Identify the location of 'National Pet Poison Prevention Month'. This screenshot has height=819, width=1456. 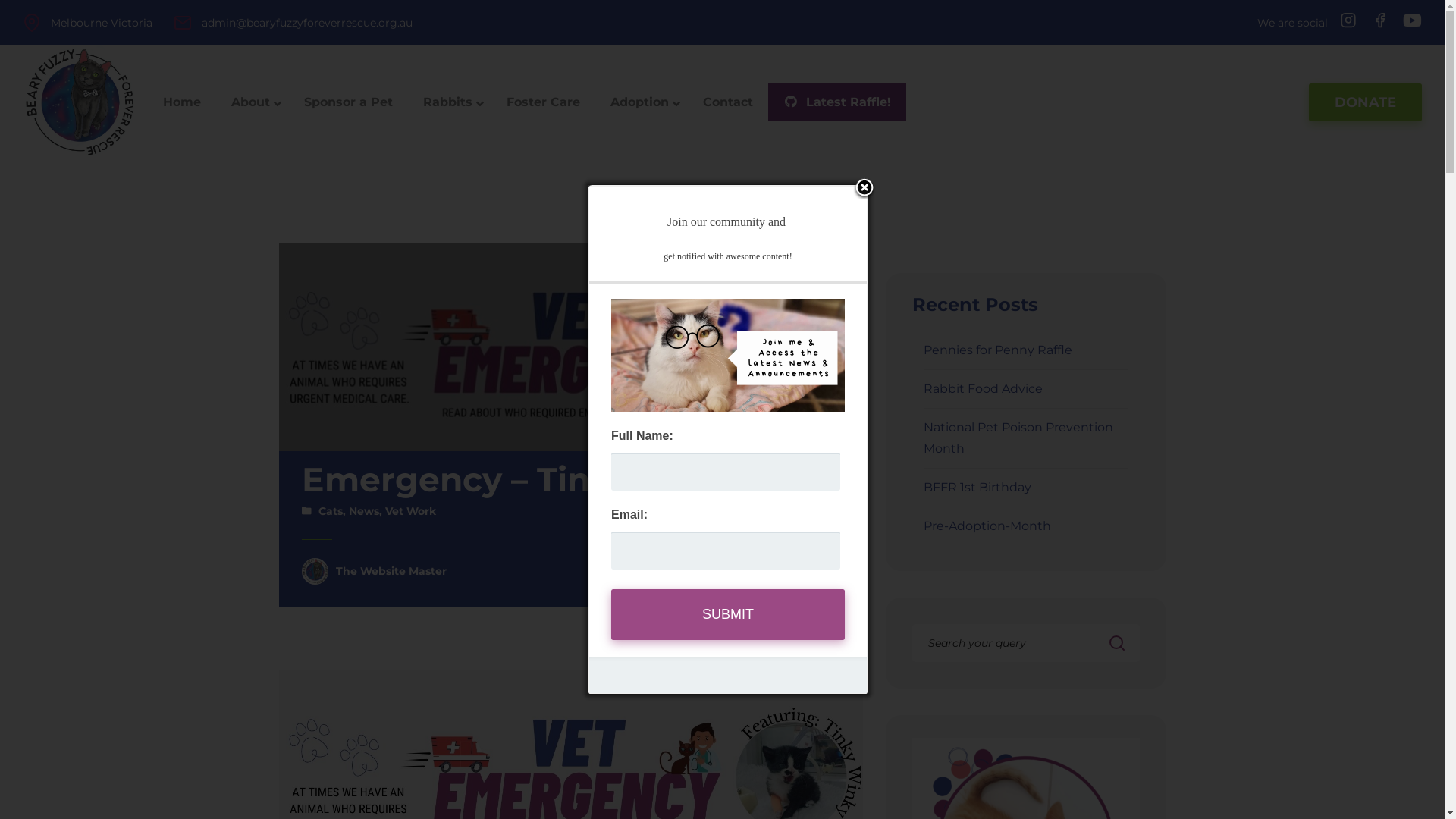
(1018, 438).